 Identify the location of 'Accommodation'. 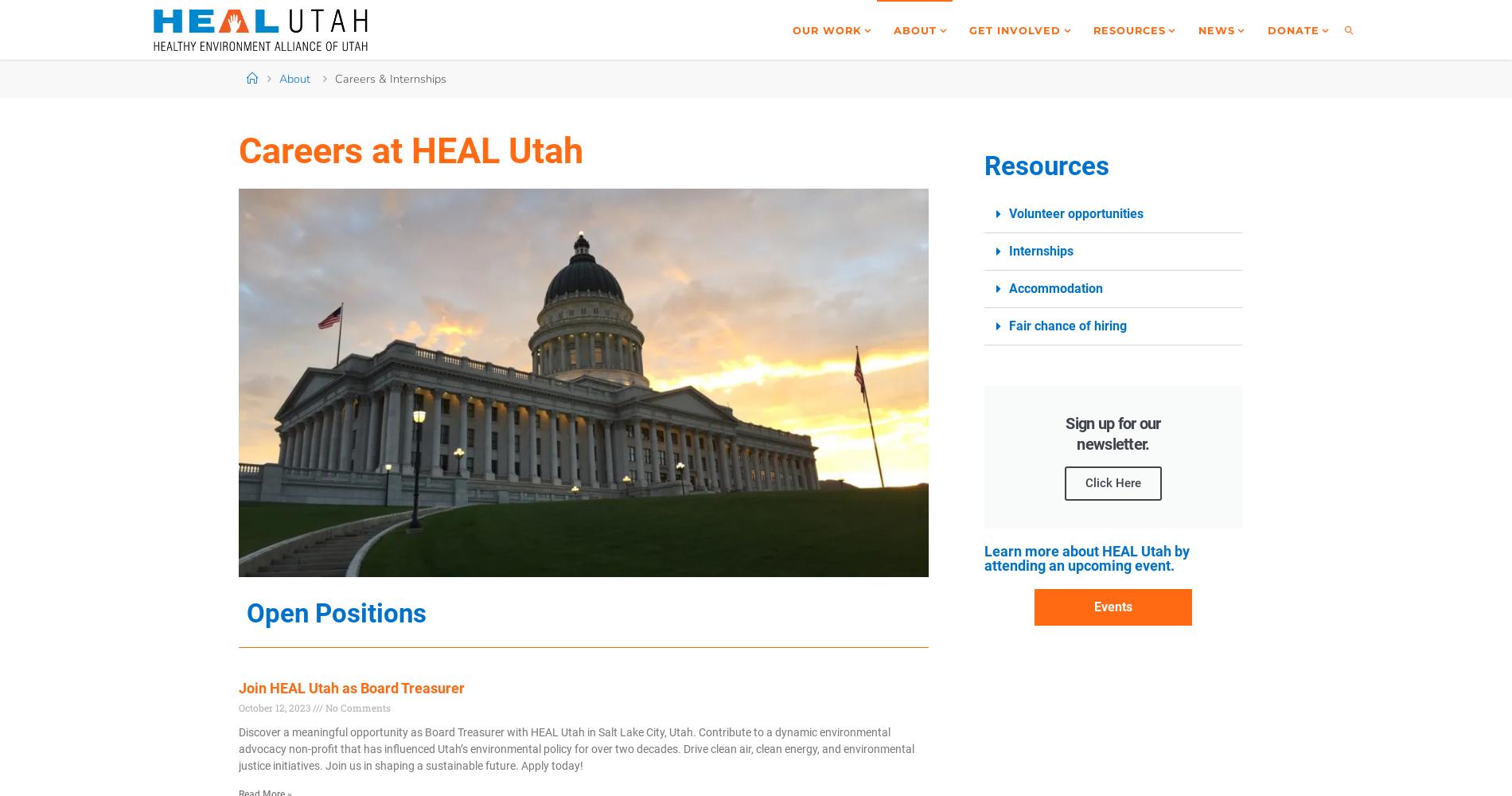
(1054, 287).